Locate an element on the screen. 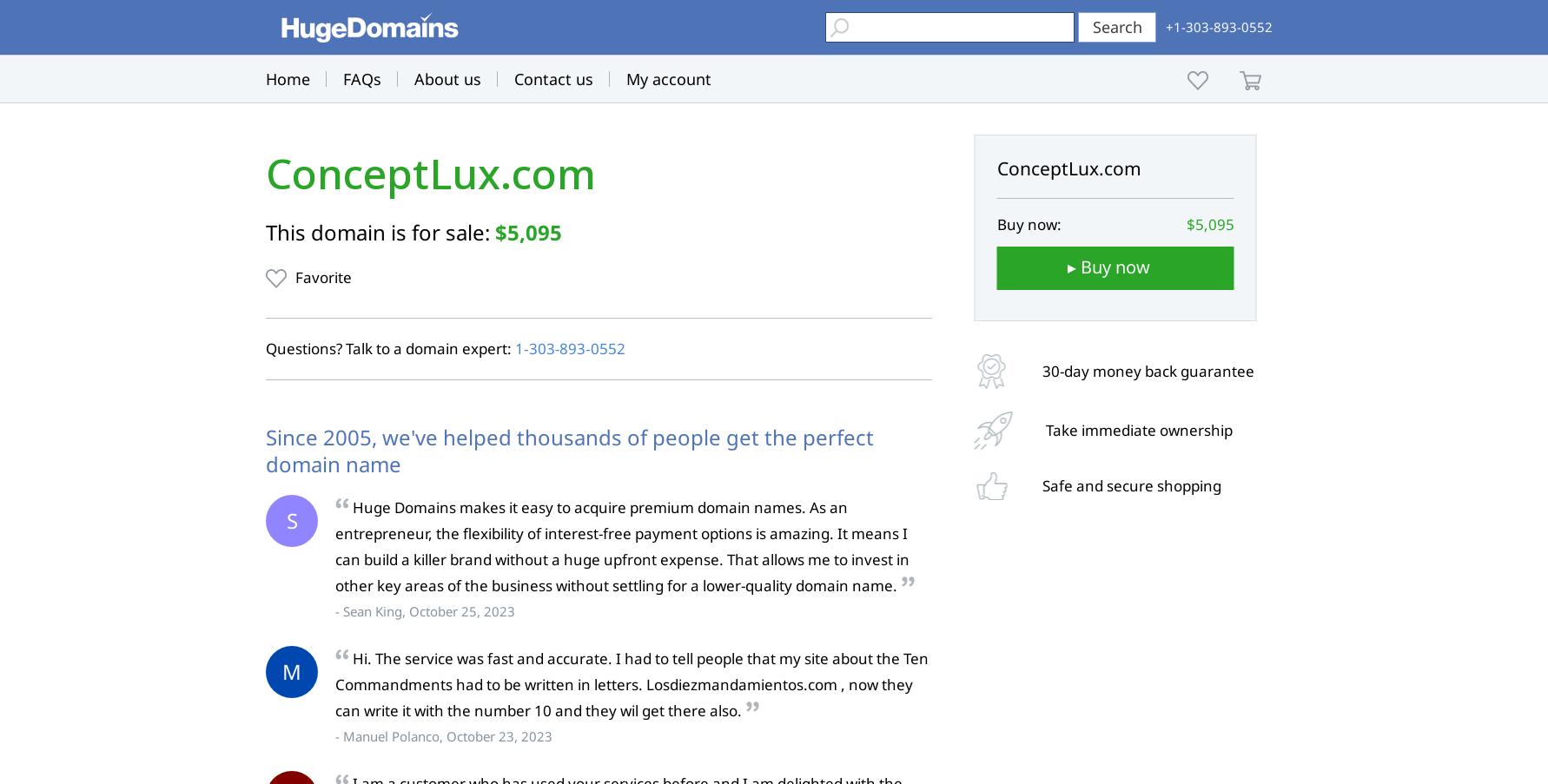  'This domain is for sale:' is located at coordinates (380, 231).